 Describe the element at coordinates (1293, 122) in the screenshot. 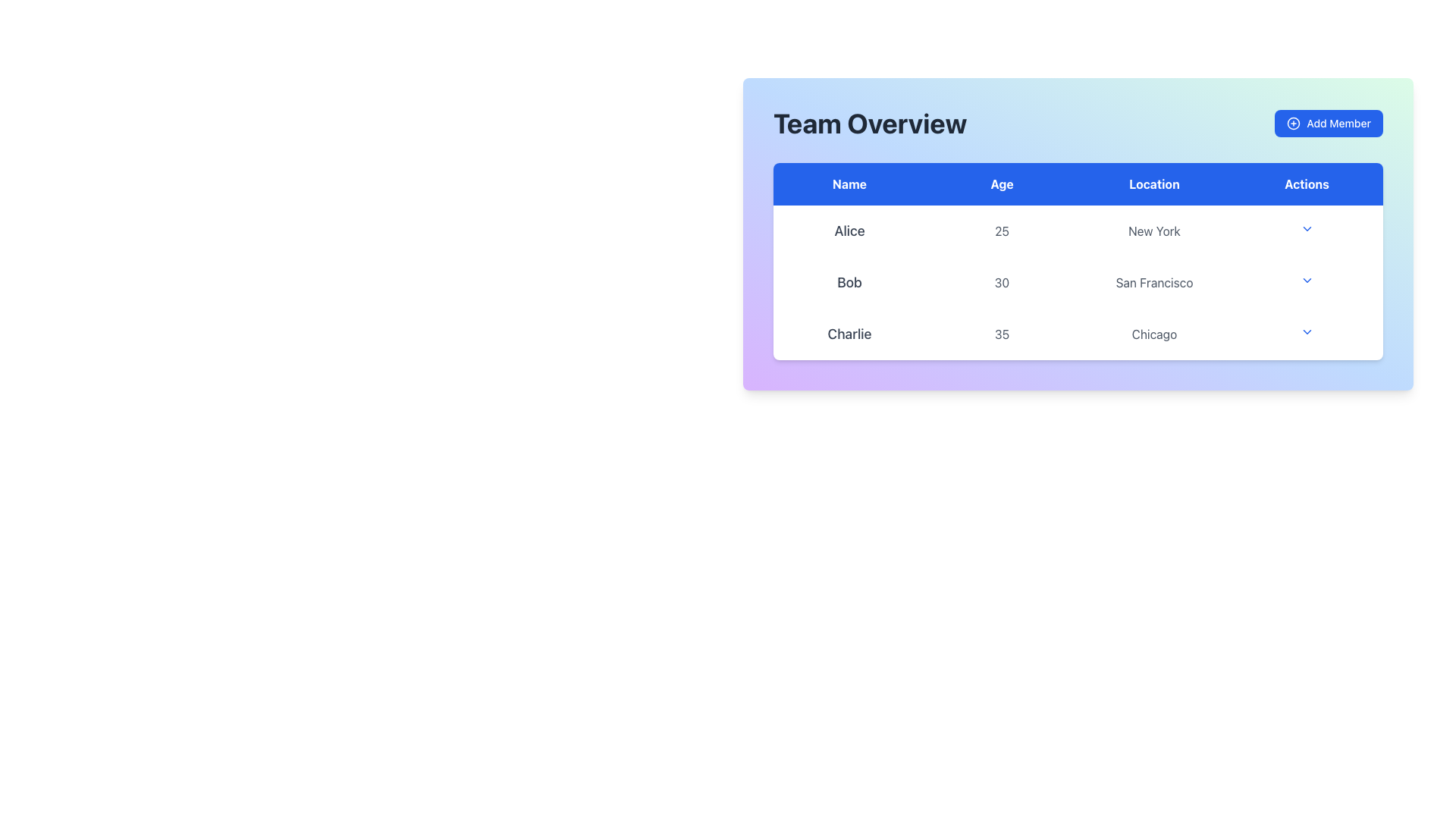

I see `the 'Add' icon component within the button located in the top-right corner of the interface, which allows the user to add a new member` at that location.